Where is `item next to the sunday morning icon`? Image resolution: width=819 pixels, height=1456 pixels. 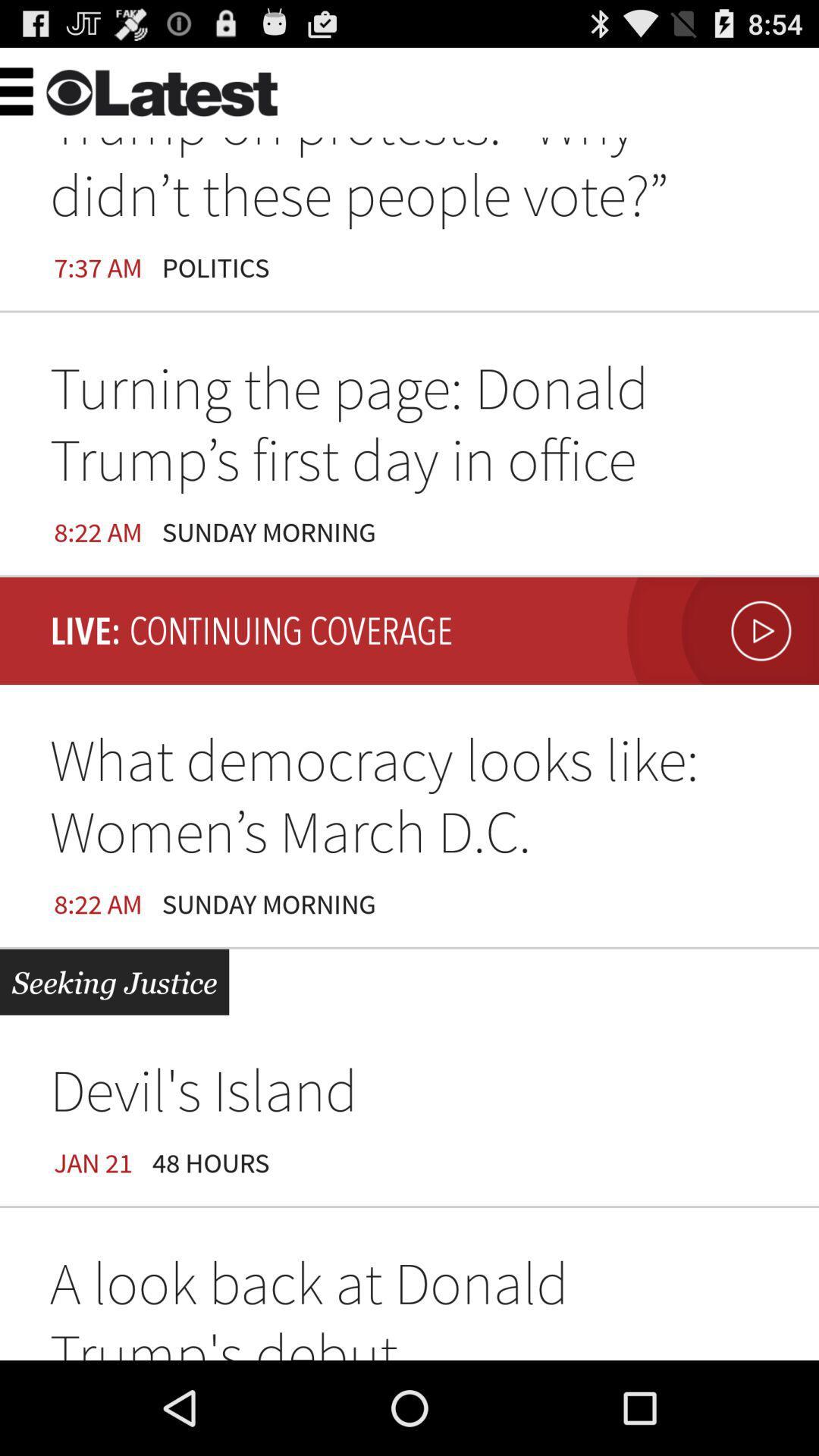
item next to the sunday morning icon is located at coordinates (718, 631).